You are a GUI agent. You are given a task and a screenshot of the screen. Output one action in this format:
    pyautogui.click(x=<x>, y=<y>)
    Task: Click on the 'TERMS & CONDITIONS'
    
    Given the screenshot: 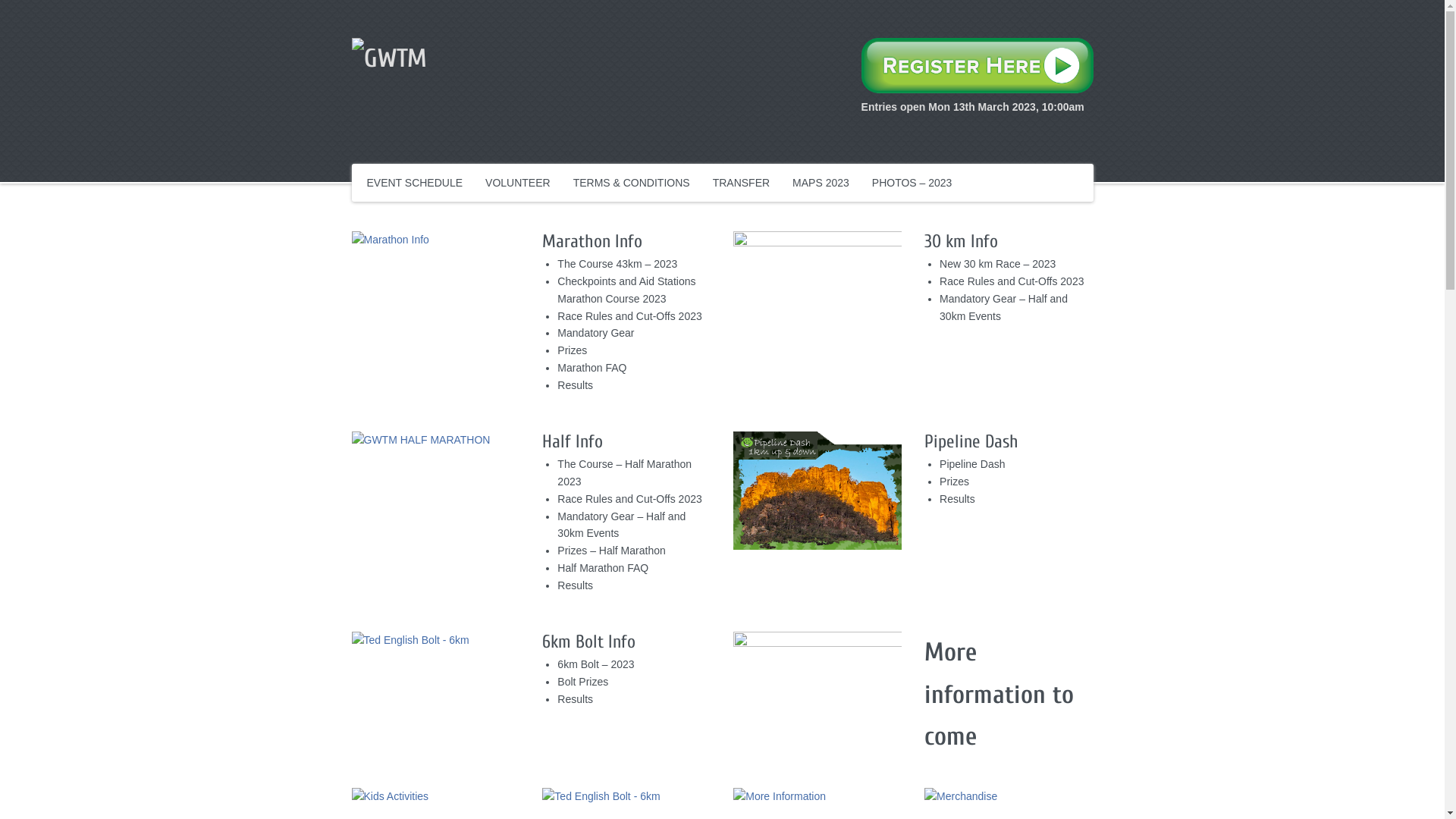 What is the action you would take?
    pyautogui.click(x=632, y=181)
    